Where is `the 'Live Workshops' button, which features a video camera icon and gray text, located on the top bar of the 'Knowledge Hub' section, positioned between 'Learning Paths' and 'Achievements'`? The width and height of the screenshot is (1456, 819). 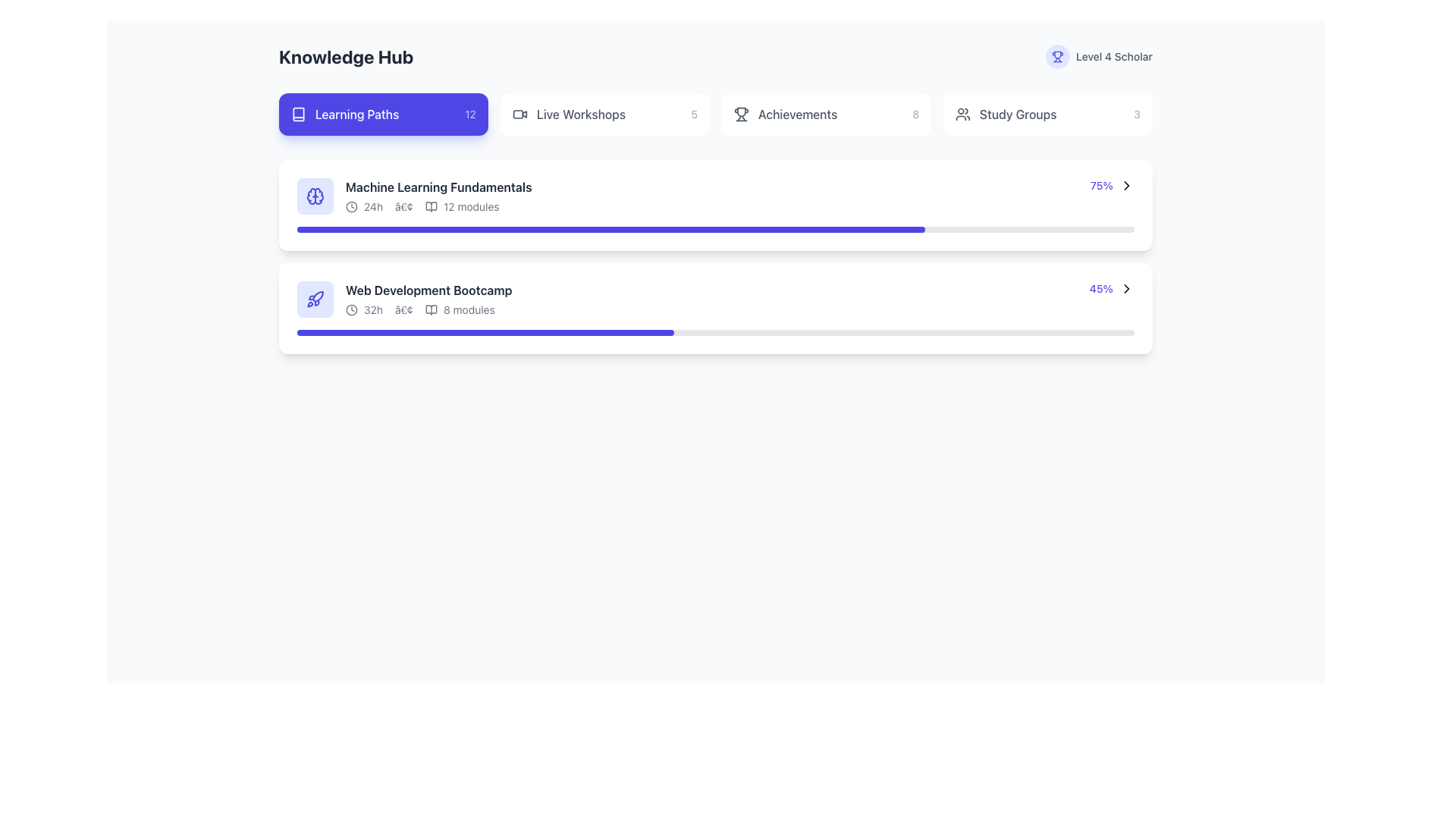 the 'Live Workshops' button, which features a video camera icon and gray text, located on the top bar of the 'Knowledge Hub' section, positioned between 'Learning Paths' and 'Achievements' is located at coordinates (568, 113).